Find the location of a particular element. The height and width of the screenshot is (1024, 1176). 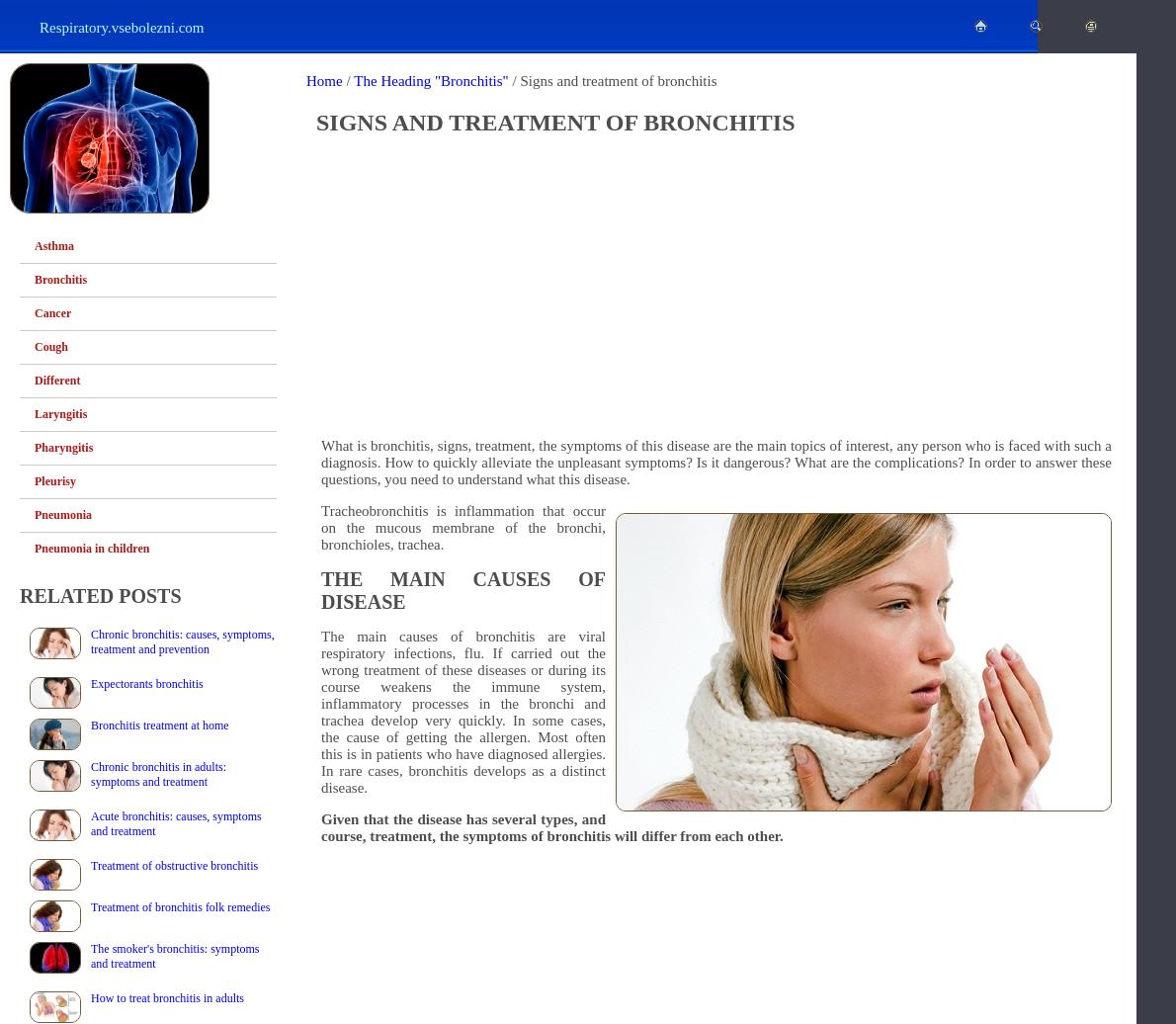

'Tracheobronchitis is inflammation that occur on the mucous membrane of the bronchi, bronchioles, trachea.' is located at coordinates (462, 527).